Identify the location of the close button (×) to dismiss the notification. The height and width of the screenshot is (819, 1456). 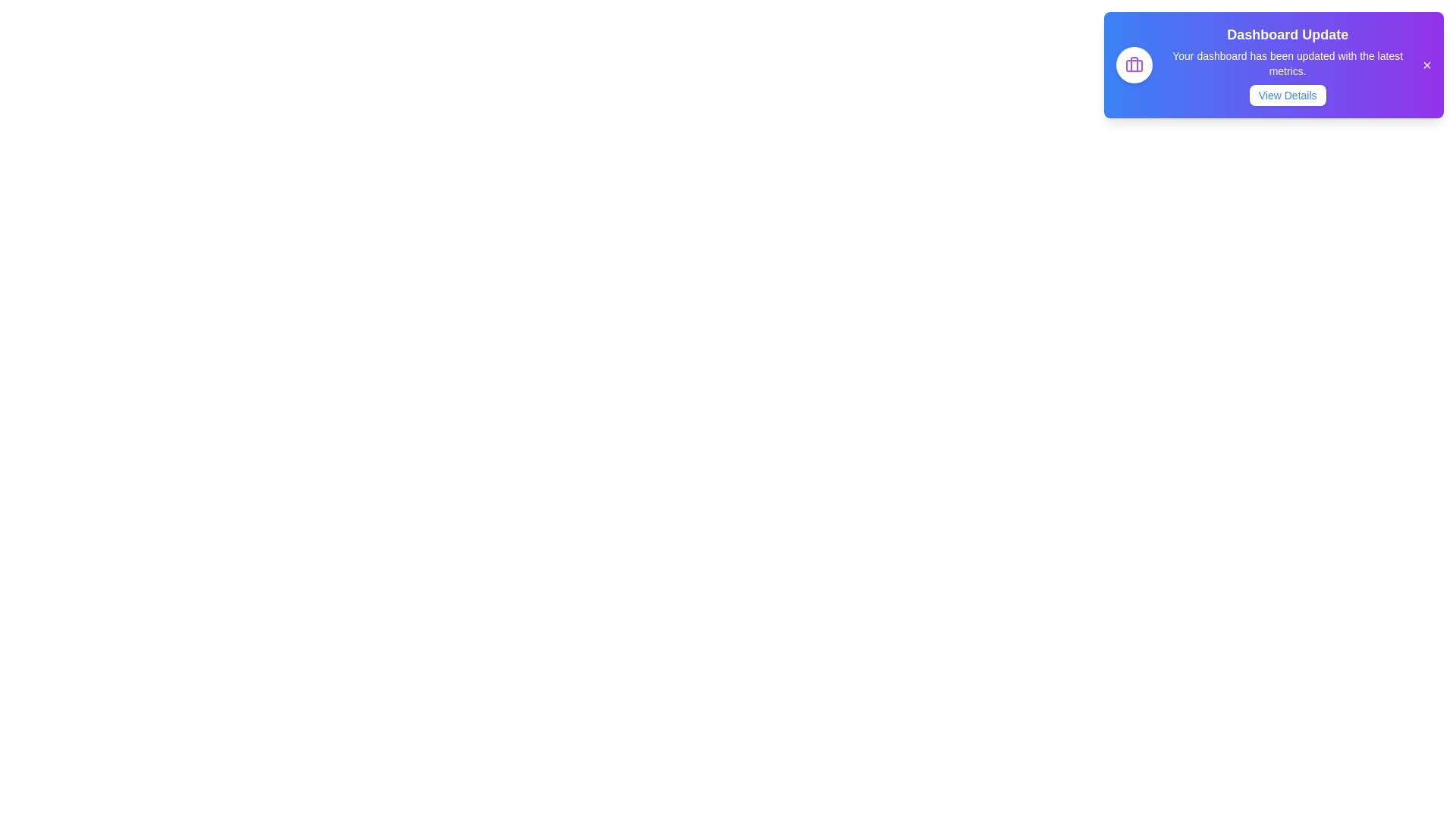
(1426, 64).